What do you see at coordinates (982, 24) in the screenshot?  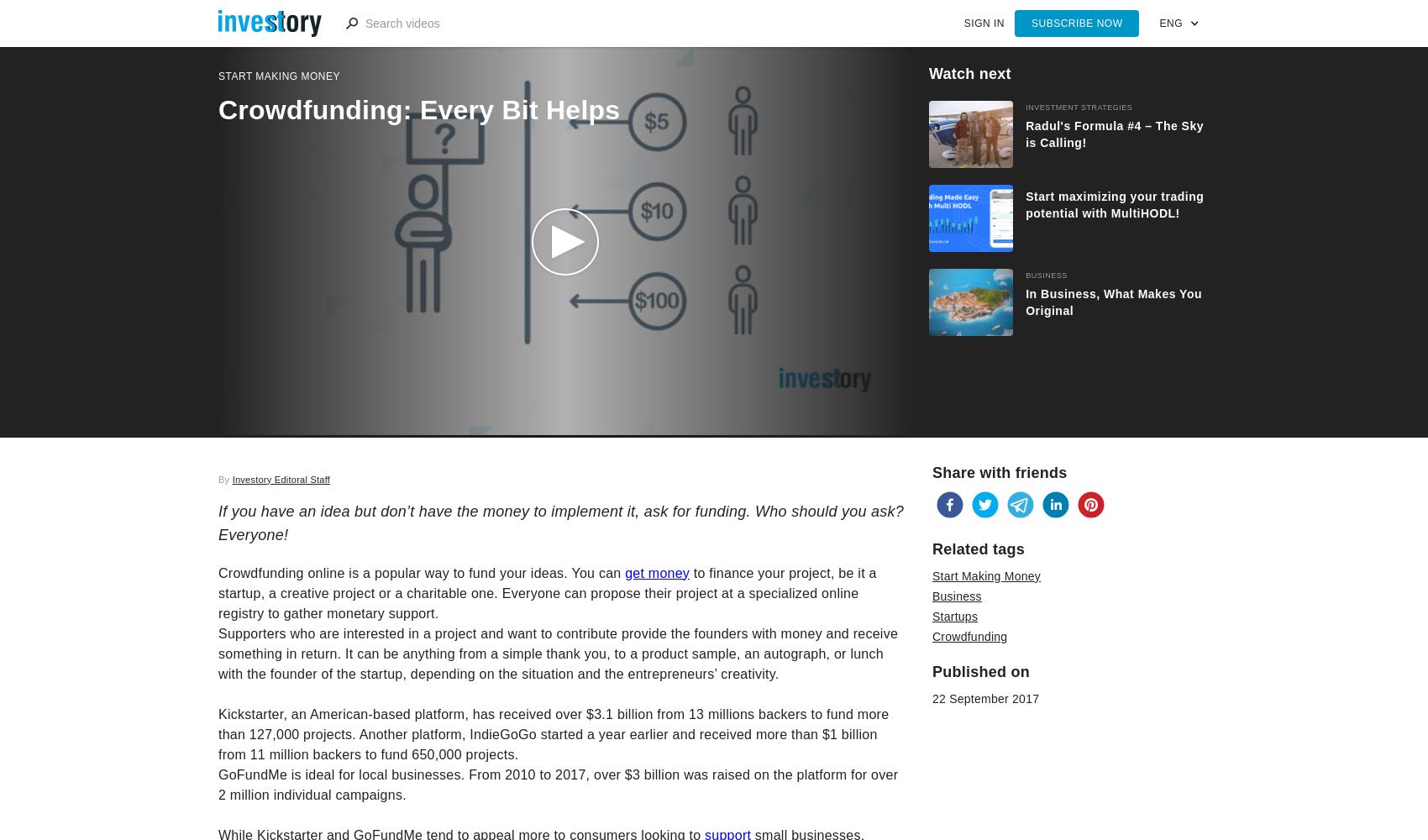 I see `'SIGN IN'` at bounding box center [982, 24].